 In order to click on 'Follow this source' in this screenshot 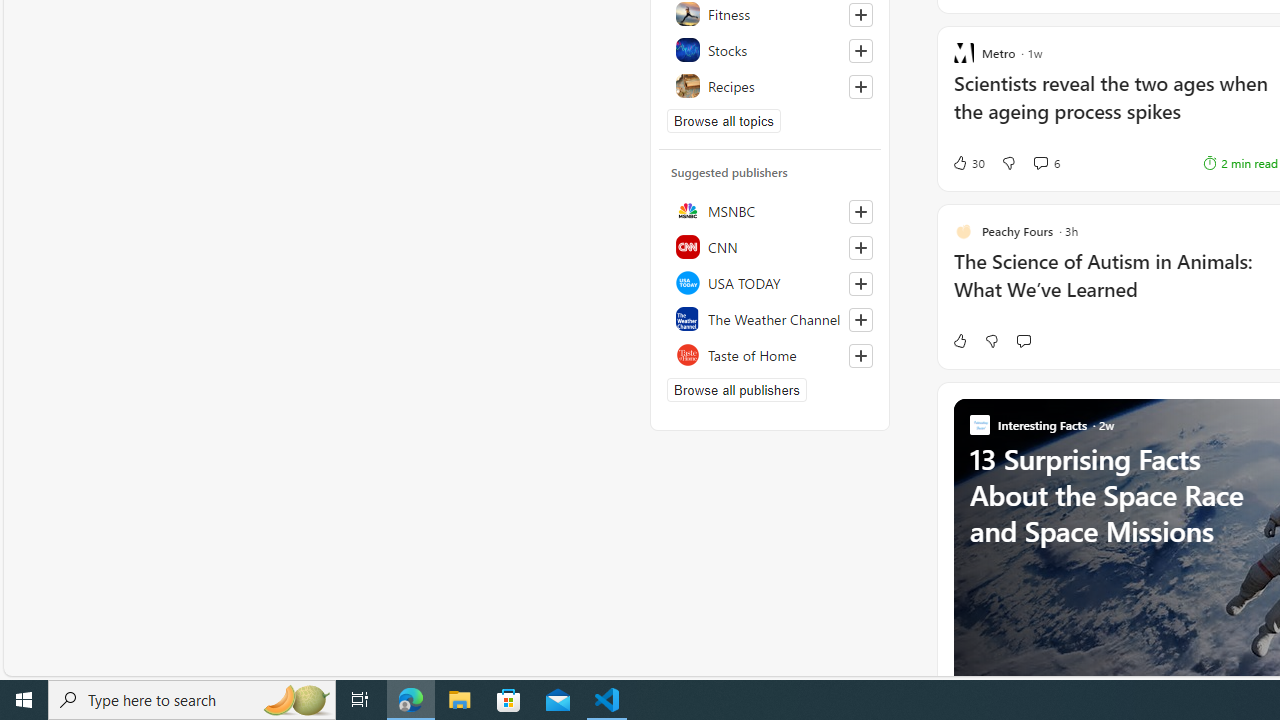, I will do `click(860, 355)`.